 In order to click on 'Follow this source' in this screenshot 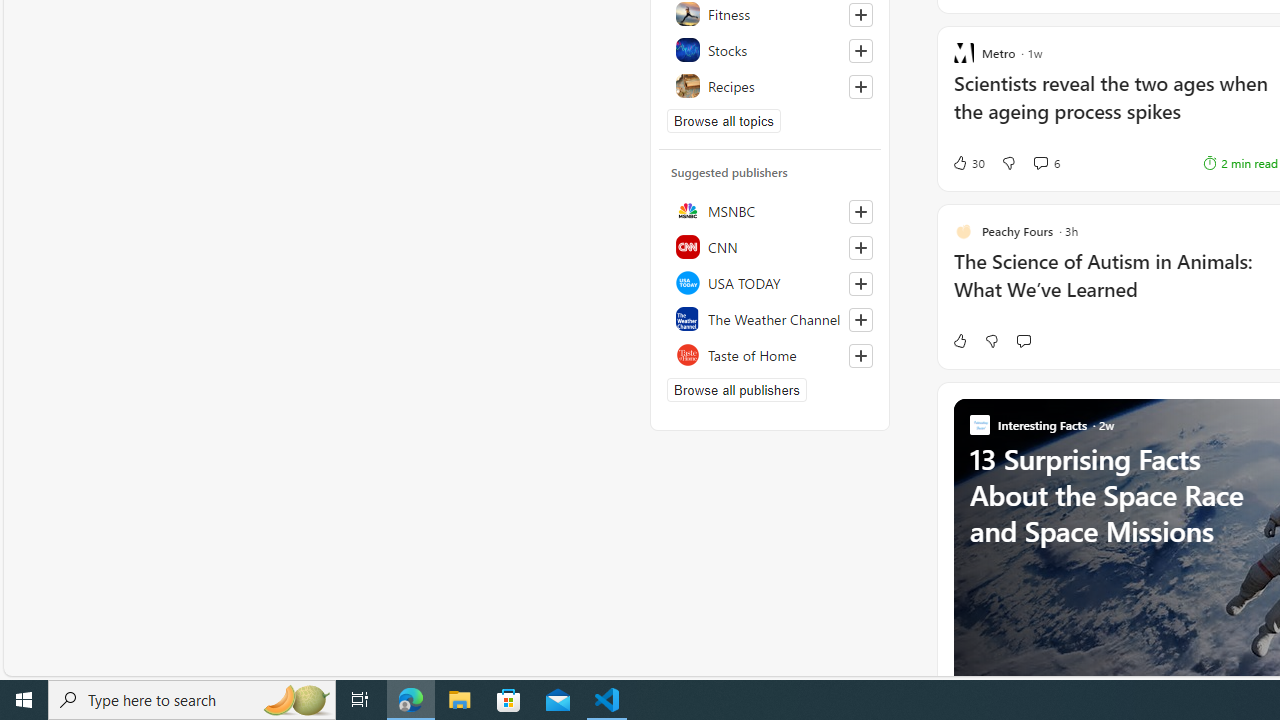, I will do `click(860, 355)`.